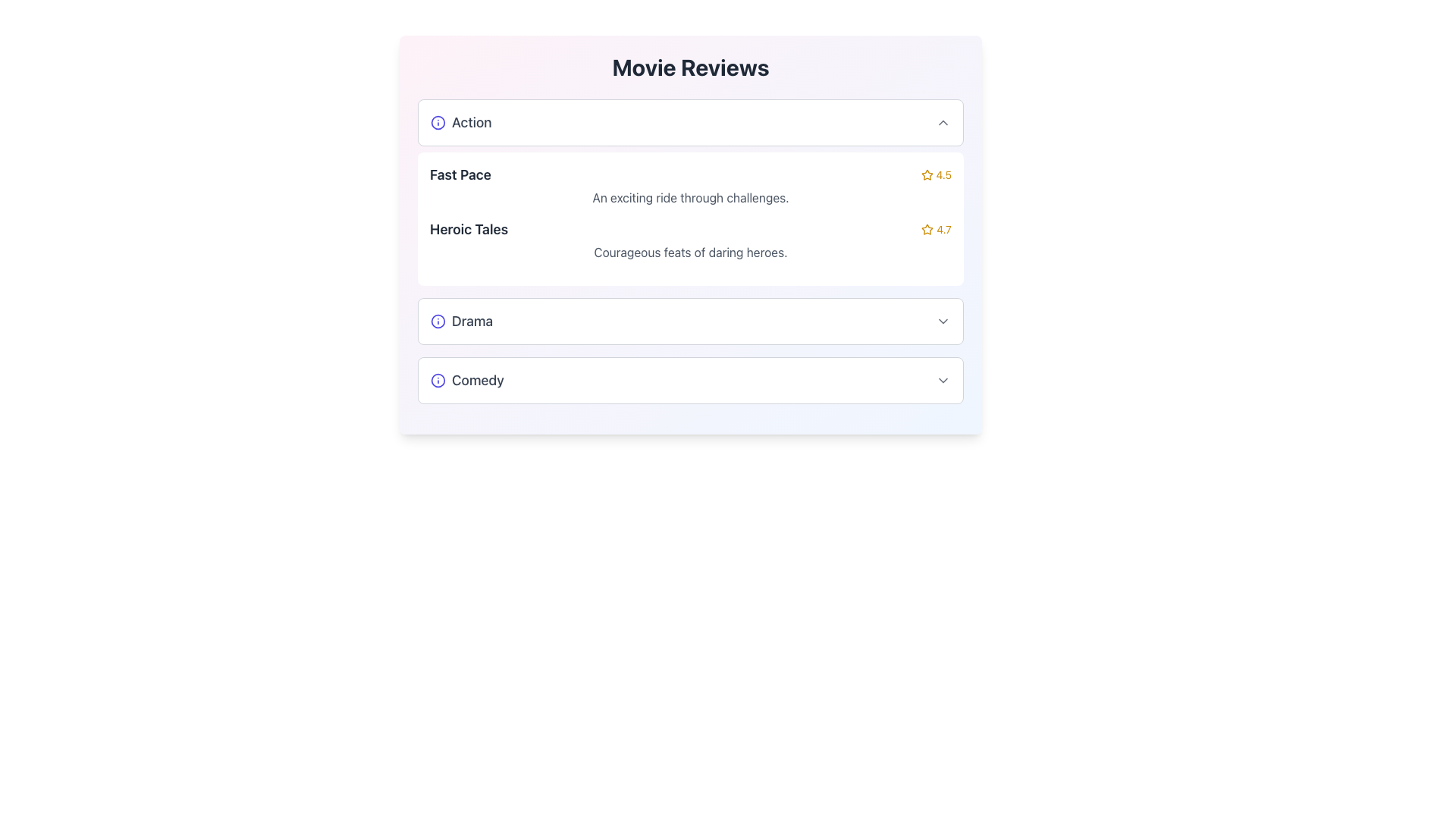 The width and height of the screenshot is (1456, 819). What do you see at coordinates (437, 122) in the screenshot?
I see `the central SVG Circle that represents the 'Action' category icon located at the top of the list of categories` at bounding box center [437, 122].